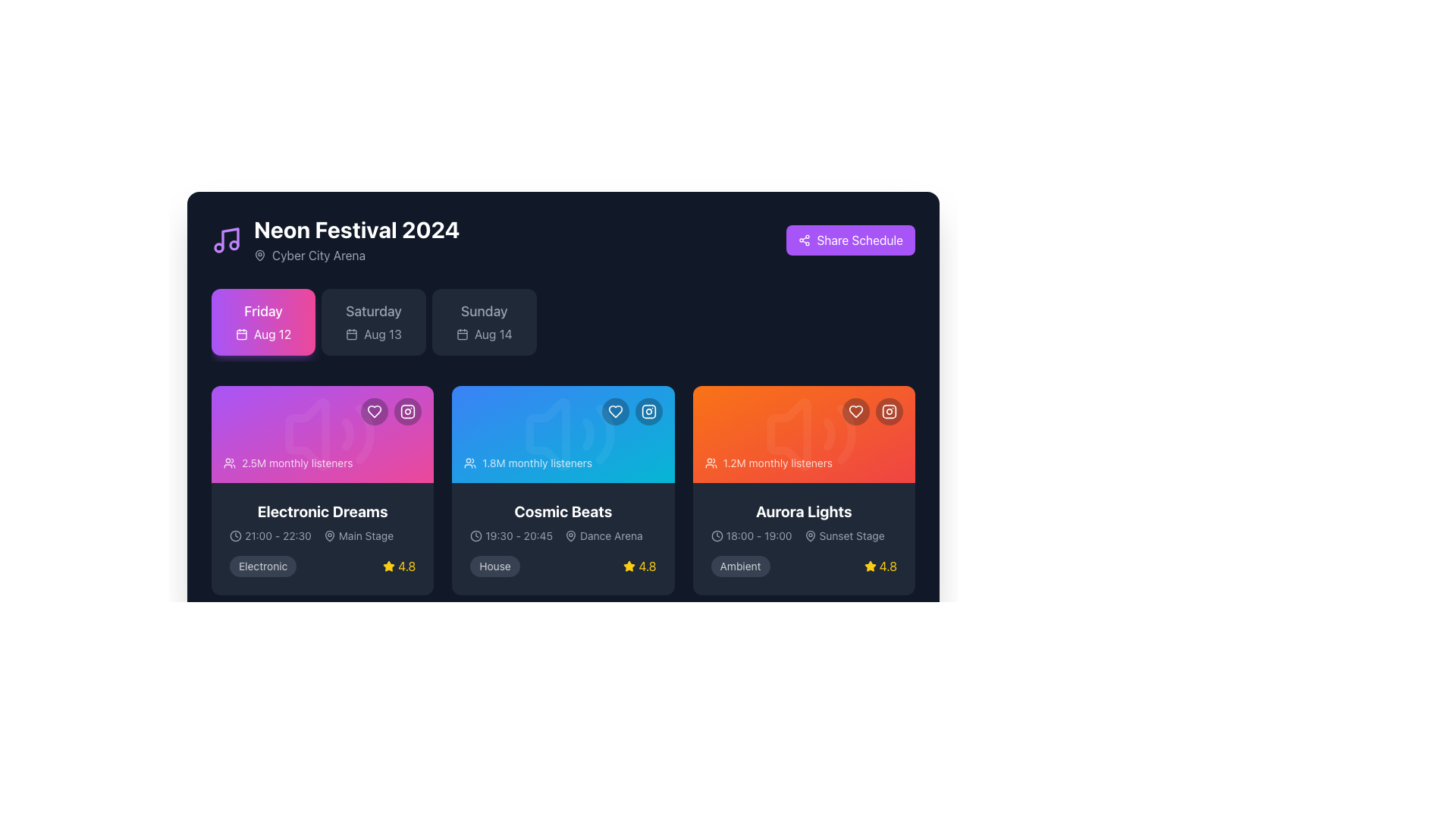 The image size is (1456, 819). I want to click on the composite element displaying the genre 'Ambient' and the rating '4.8' for the 'Aurora Lights' event, located in the bottom-right corner of the event card, so click(803, 566).